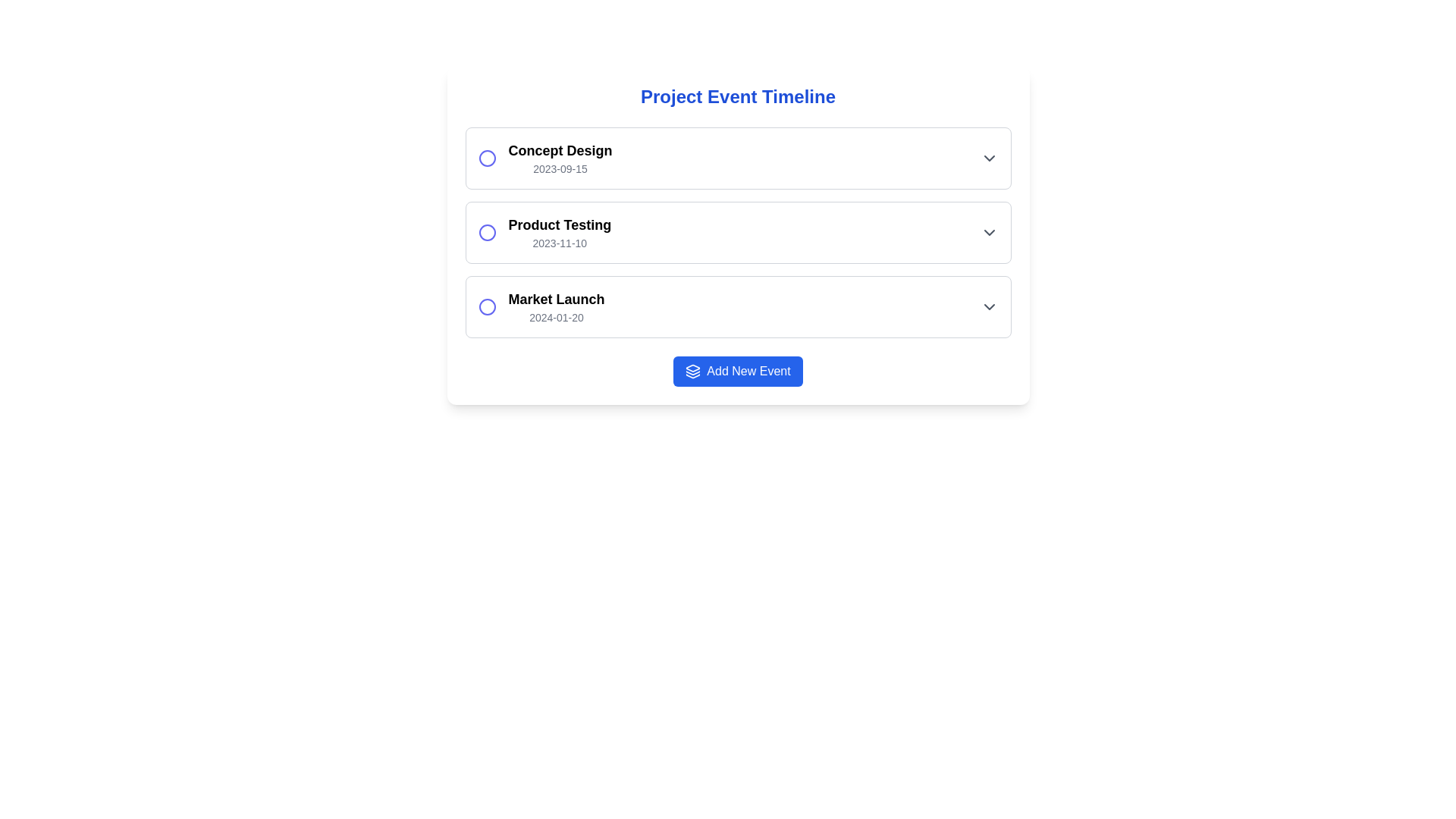  What do you see at coordinates (560, 169) in the screenshot?
I see `the non-interactive text label indicating the date for the 'Concept Design' event, which is located beneath the 'Concept Design' text within the first item of a vertical list` at bounding box center [560, 169].